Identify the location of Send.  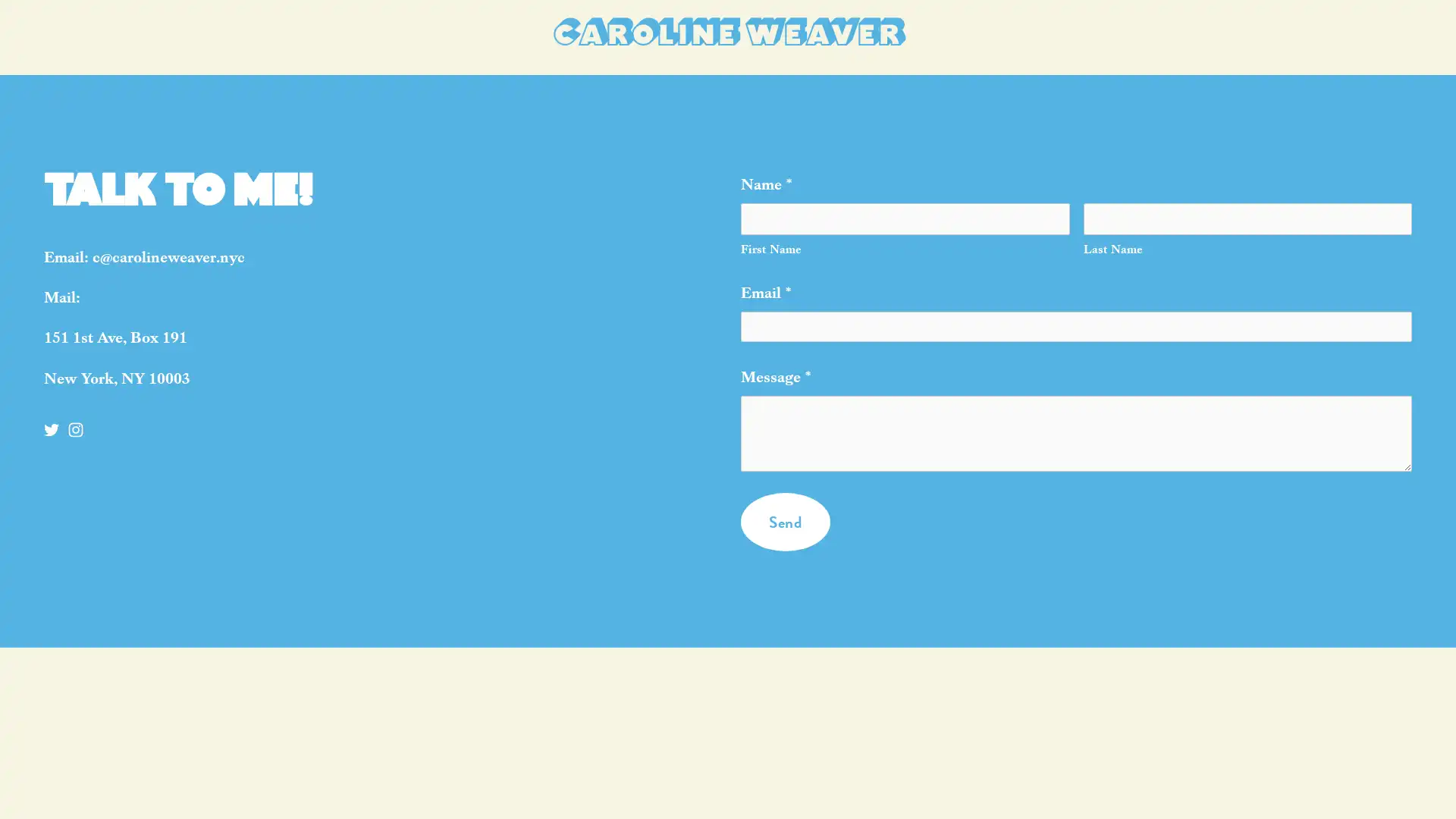
(785, 543).